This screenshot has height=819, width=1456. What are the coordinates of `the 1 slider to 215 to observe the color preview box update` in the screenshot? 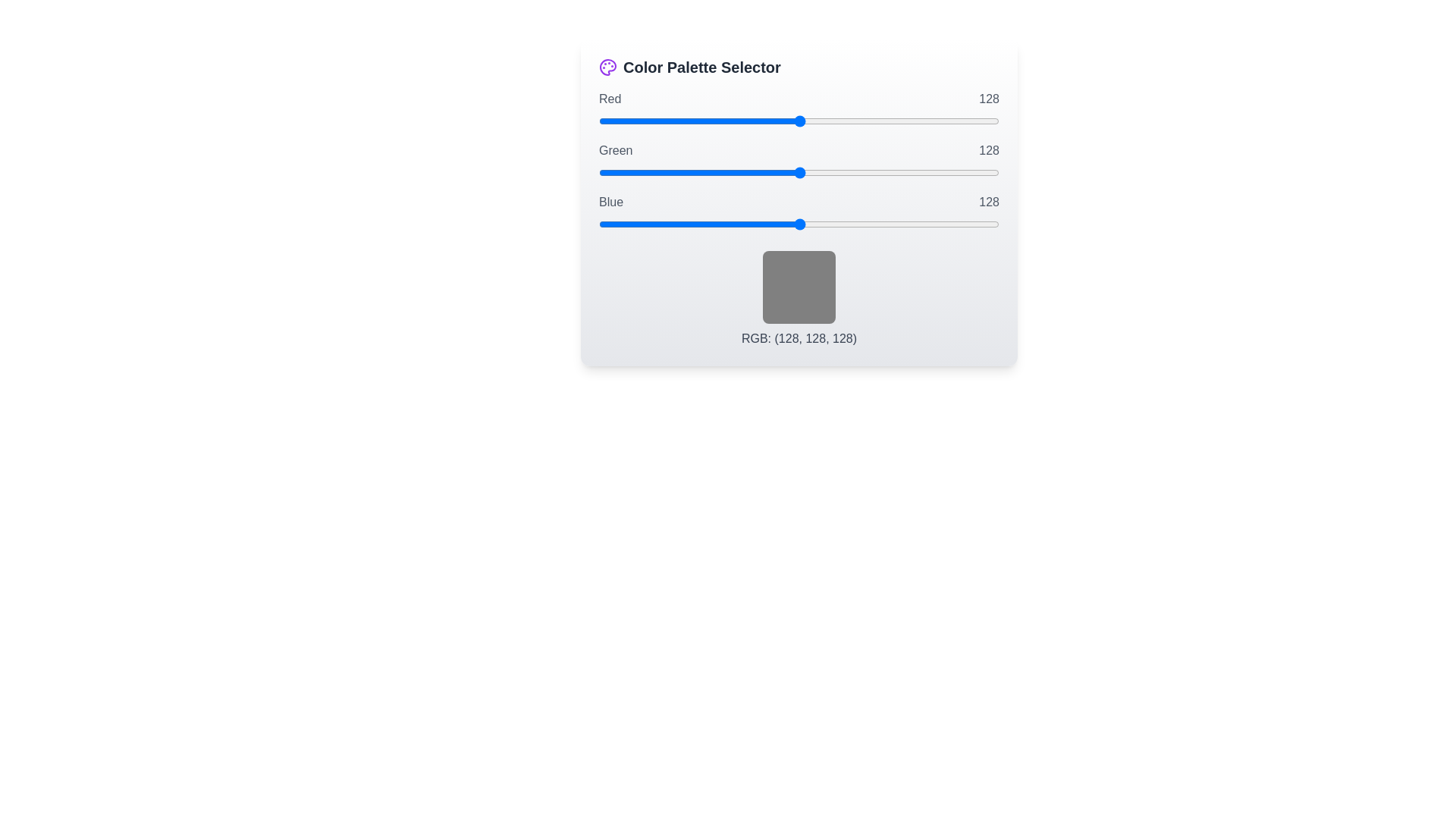 It's located at (799, 171).